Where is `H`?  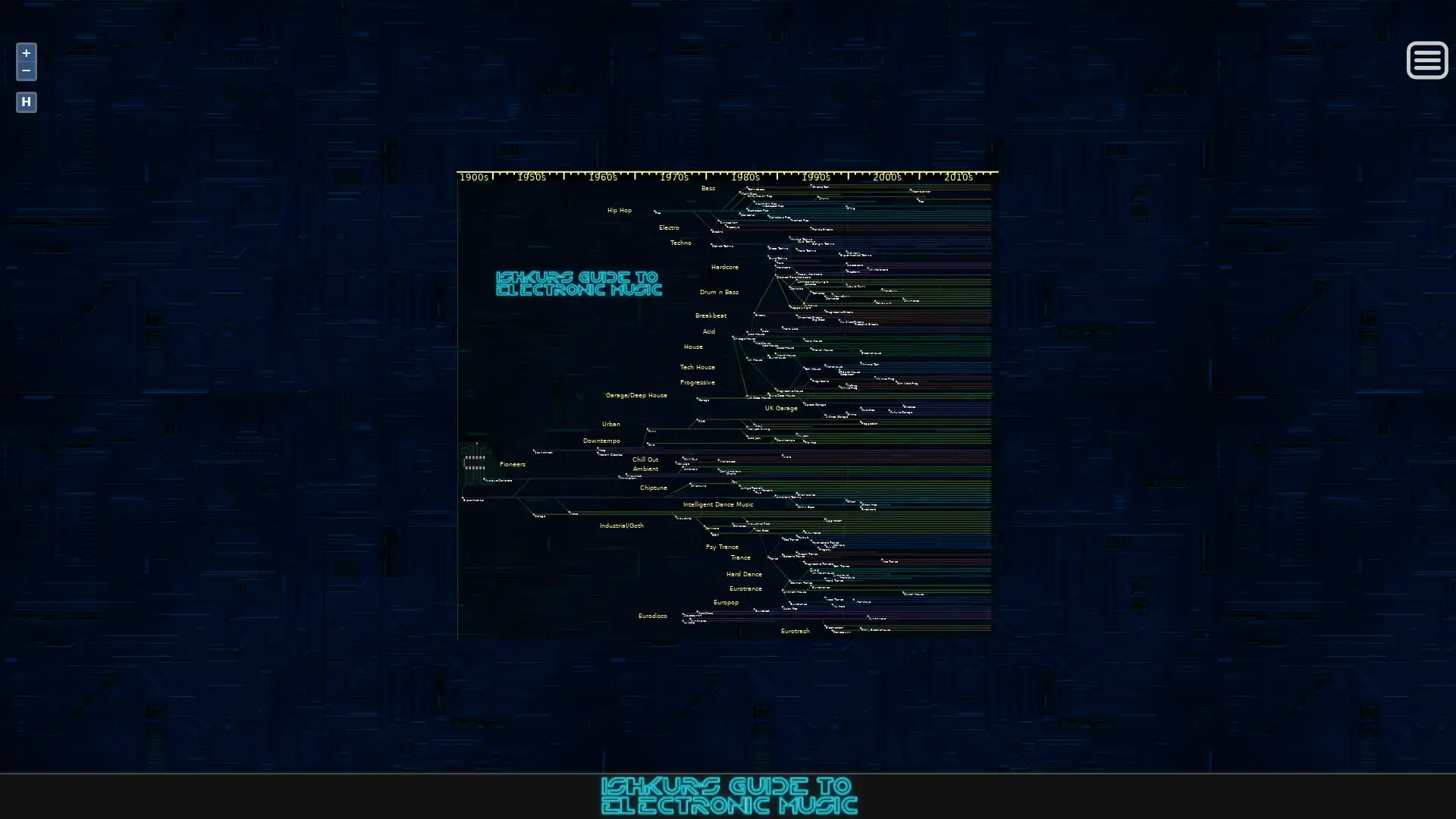
H is located at coordinates (26, 102).